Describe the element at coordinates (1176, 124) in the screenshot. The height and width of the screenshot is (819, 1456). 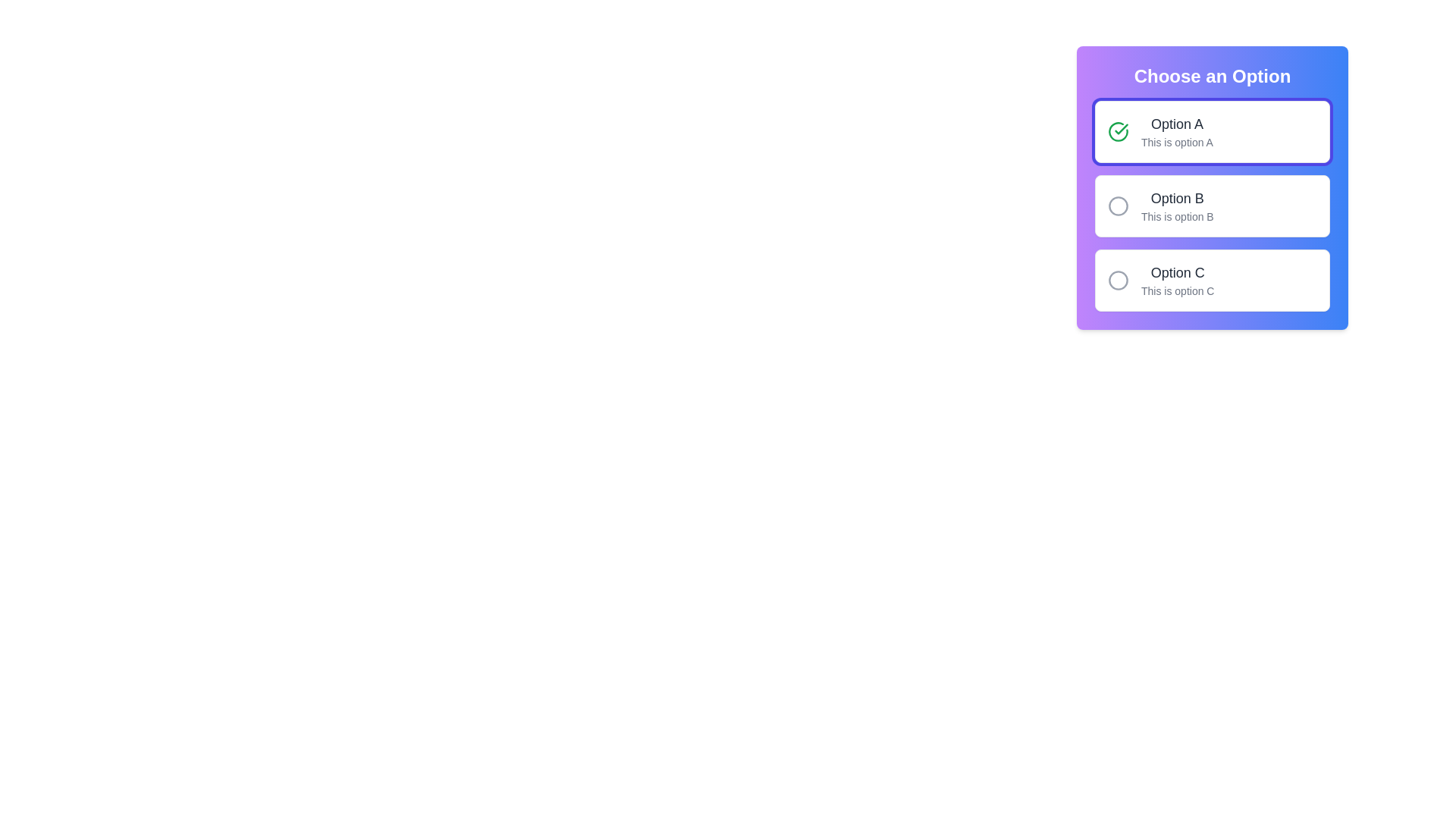
I see `the text label reading 'Option A', which is styled with a large font size and dark gray color, located in the upper left corner of the first list item under the title 'Choose an Option'` at that location.